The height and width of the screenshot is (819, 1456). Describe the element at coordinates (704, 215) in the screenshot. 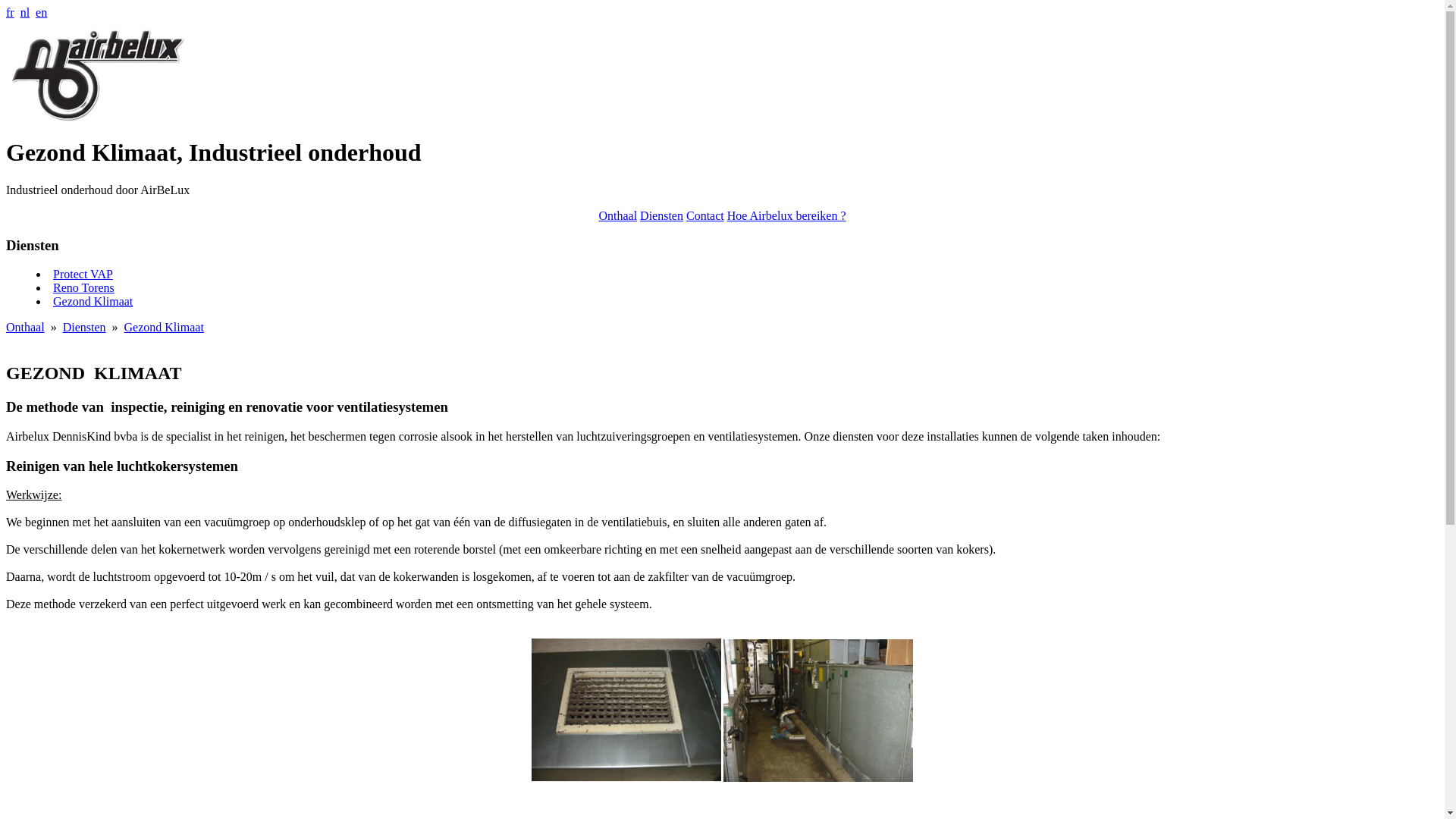

I see `'Contact'` at that location.